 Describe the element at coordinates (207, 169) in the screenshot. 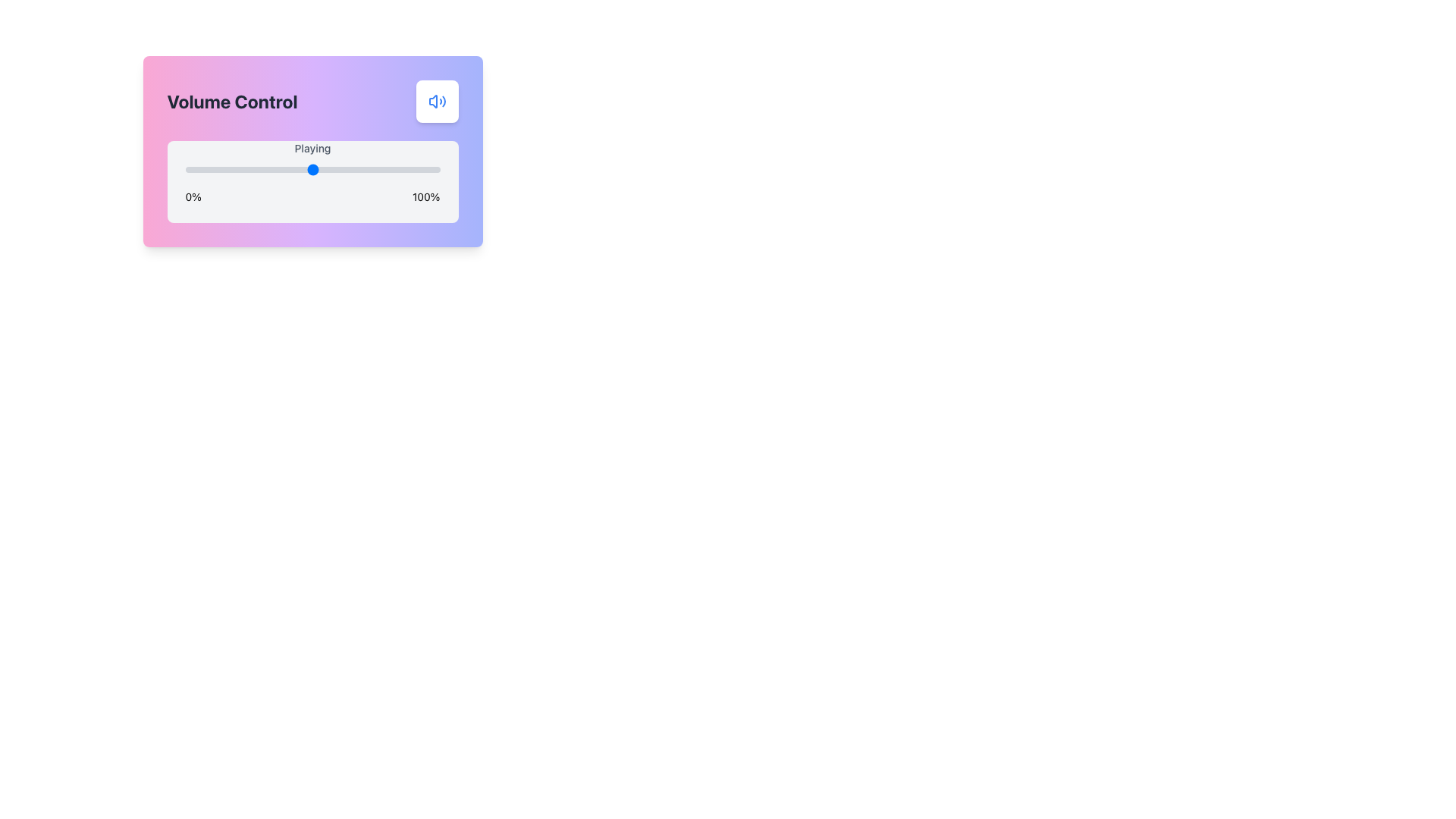

I see `the playback position` at that location.